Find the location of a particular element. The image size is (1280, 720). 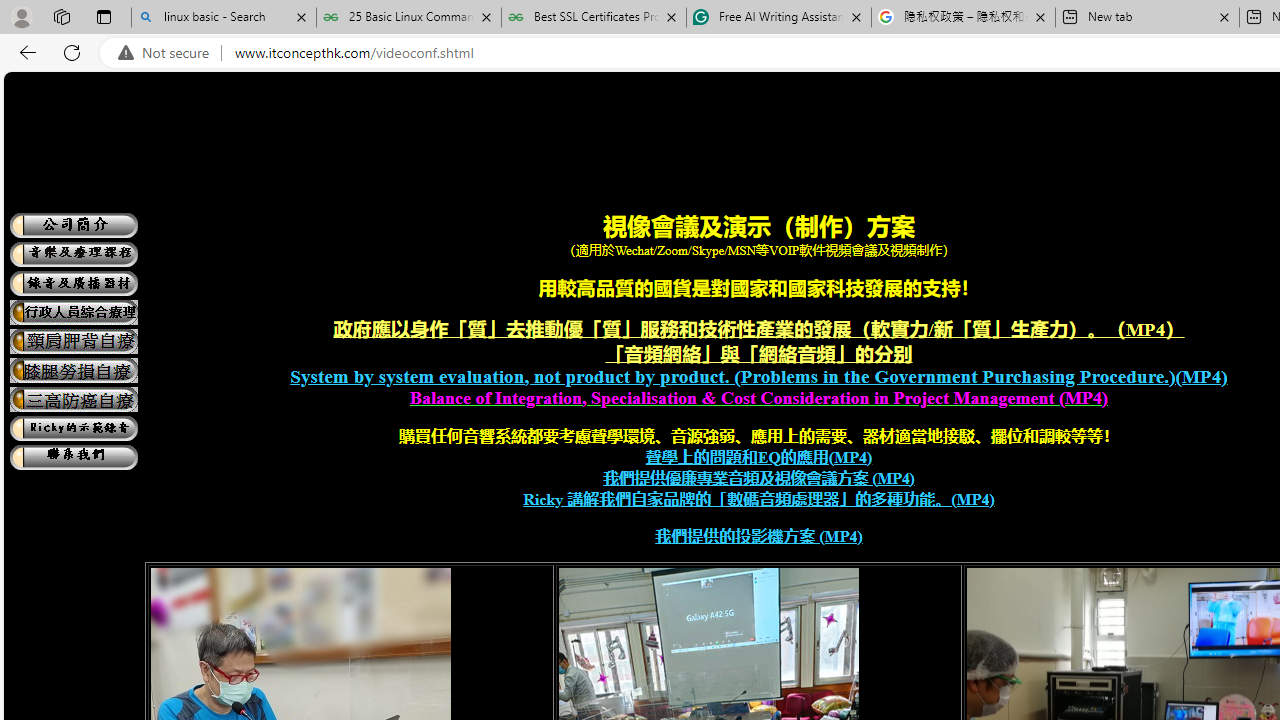

'25 Basic Linux Commands For Beginners - GeeksforGeeks' is located at coordinates (407, 17).